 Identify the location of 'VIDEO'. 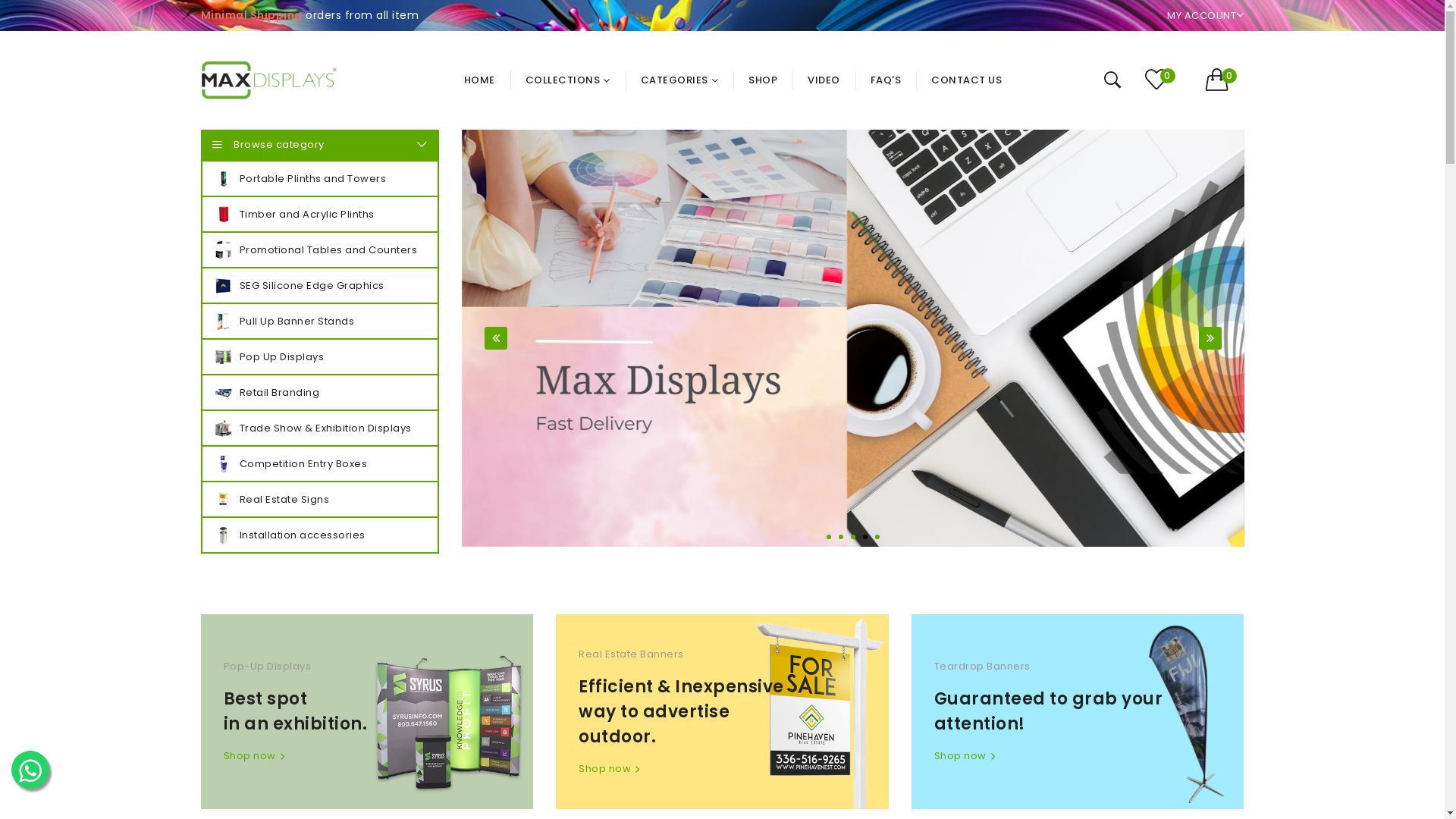
(823, 80).